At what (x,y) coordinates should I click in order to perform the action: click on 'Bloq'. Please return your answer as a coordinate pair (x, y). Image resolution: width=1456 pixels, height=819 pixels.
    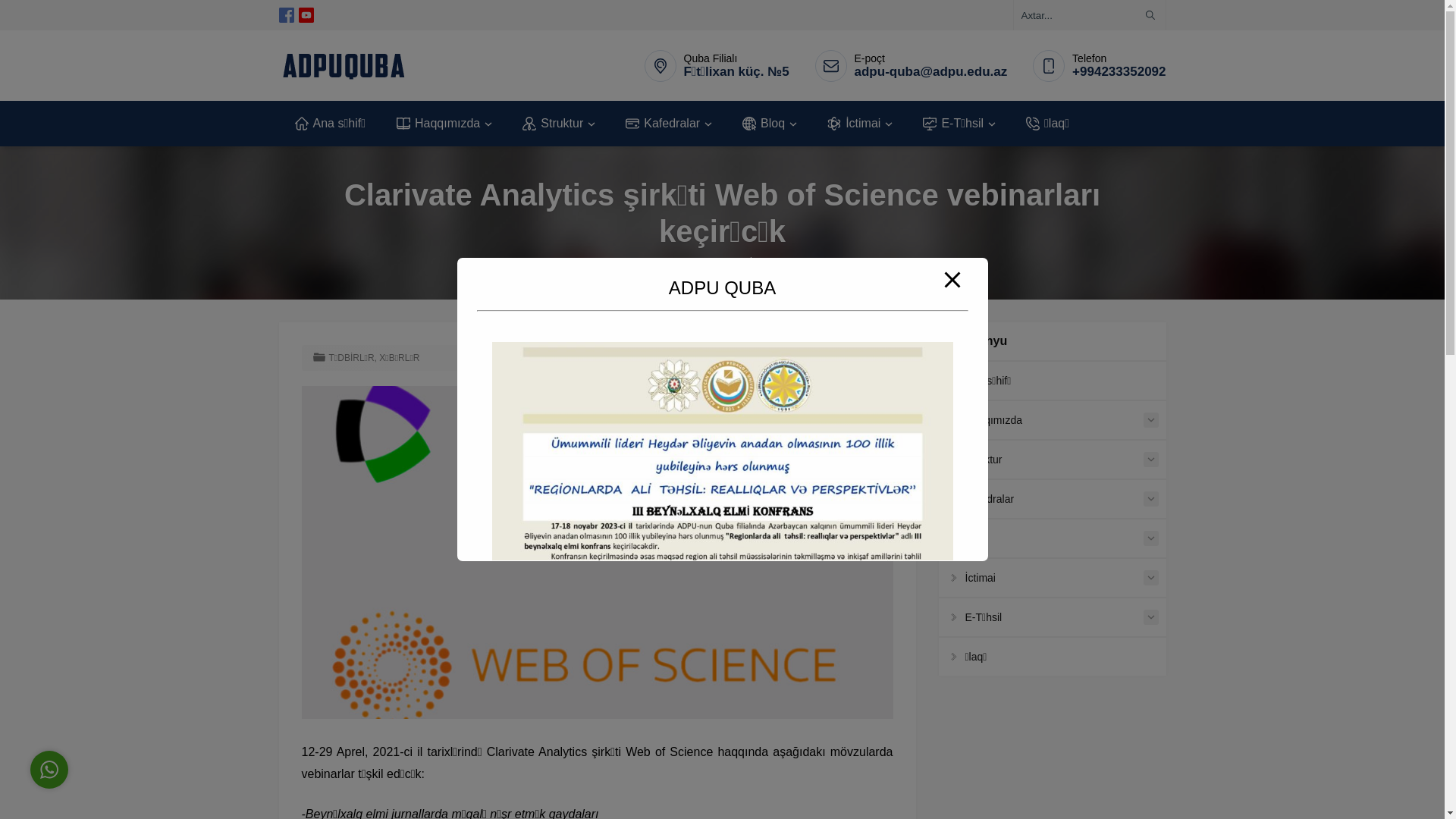
    Looking at the image, I should click on (768, 122).